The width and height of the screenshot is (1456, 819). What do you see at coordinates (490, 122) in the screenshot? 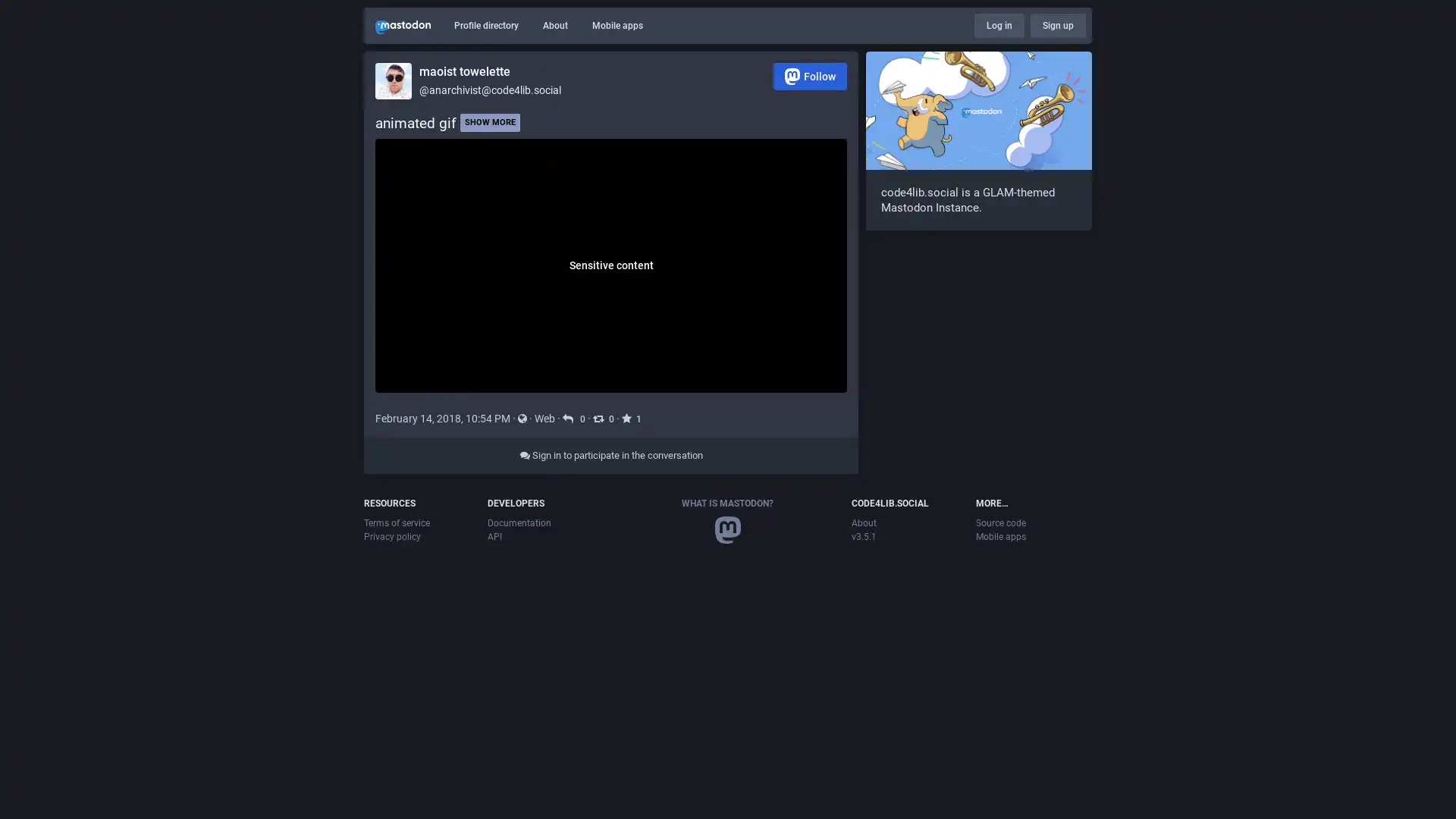
I see `SHOW MORE` at bounding box center [490, 122].